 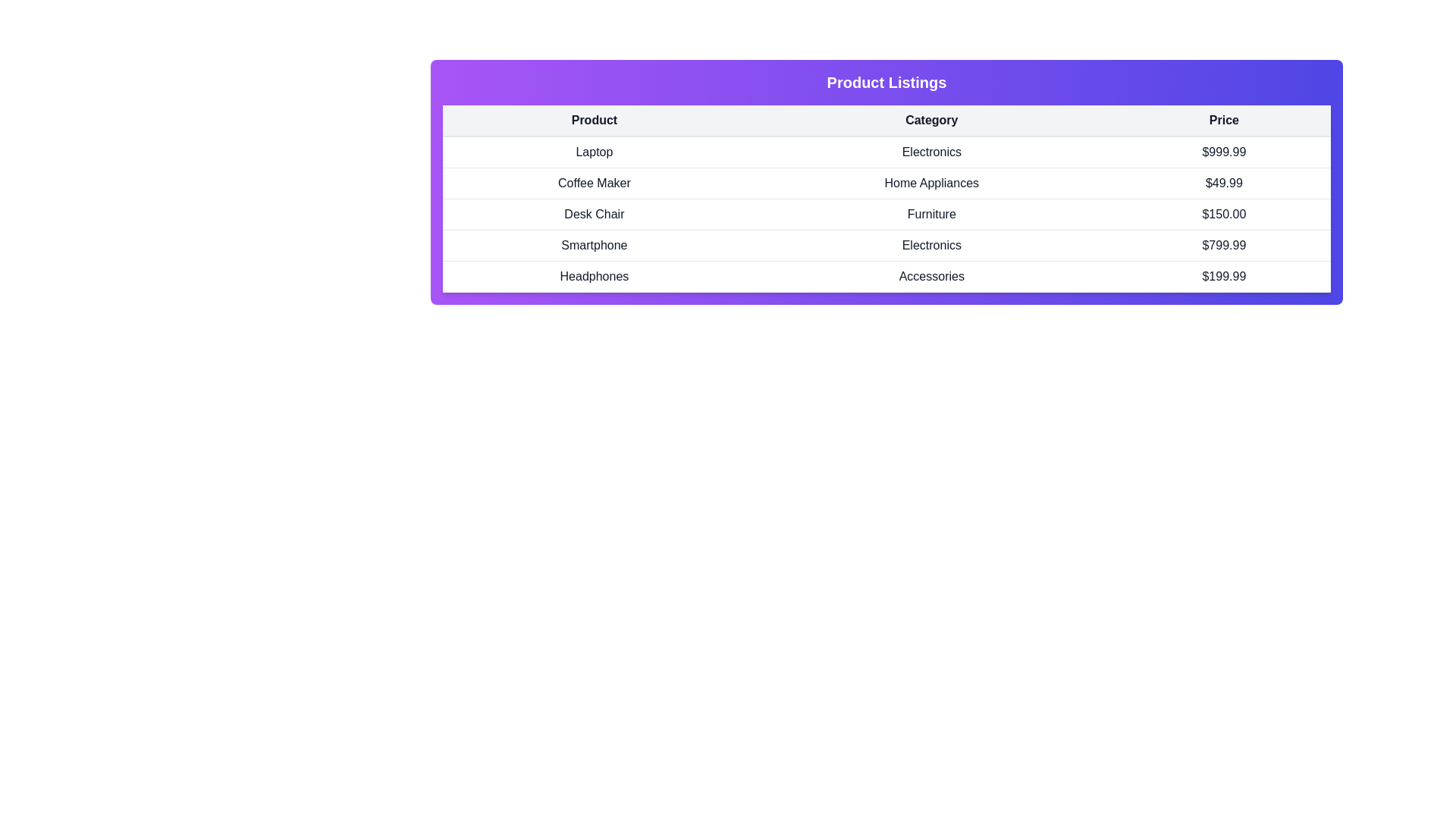 What do you see at coordinates (593, 277) in the screenshot?
I see `the Text label that lists the product name 'Headphones' in the 'Product' column of the structured table layout` at bounding box center [593, 277].